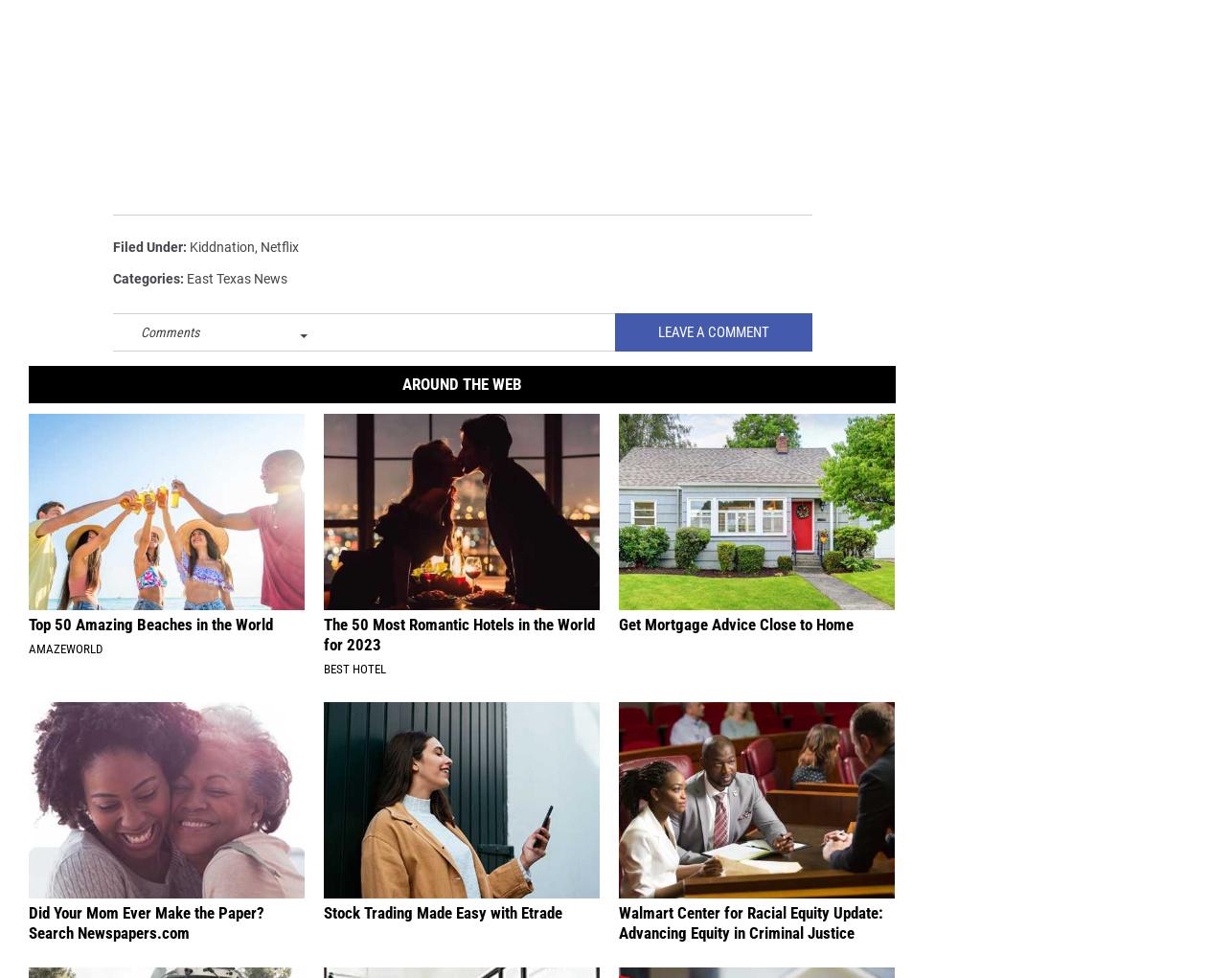  I want to click on 'Stock Trading Made Easy with Etrade', so click(442, 913).